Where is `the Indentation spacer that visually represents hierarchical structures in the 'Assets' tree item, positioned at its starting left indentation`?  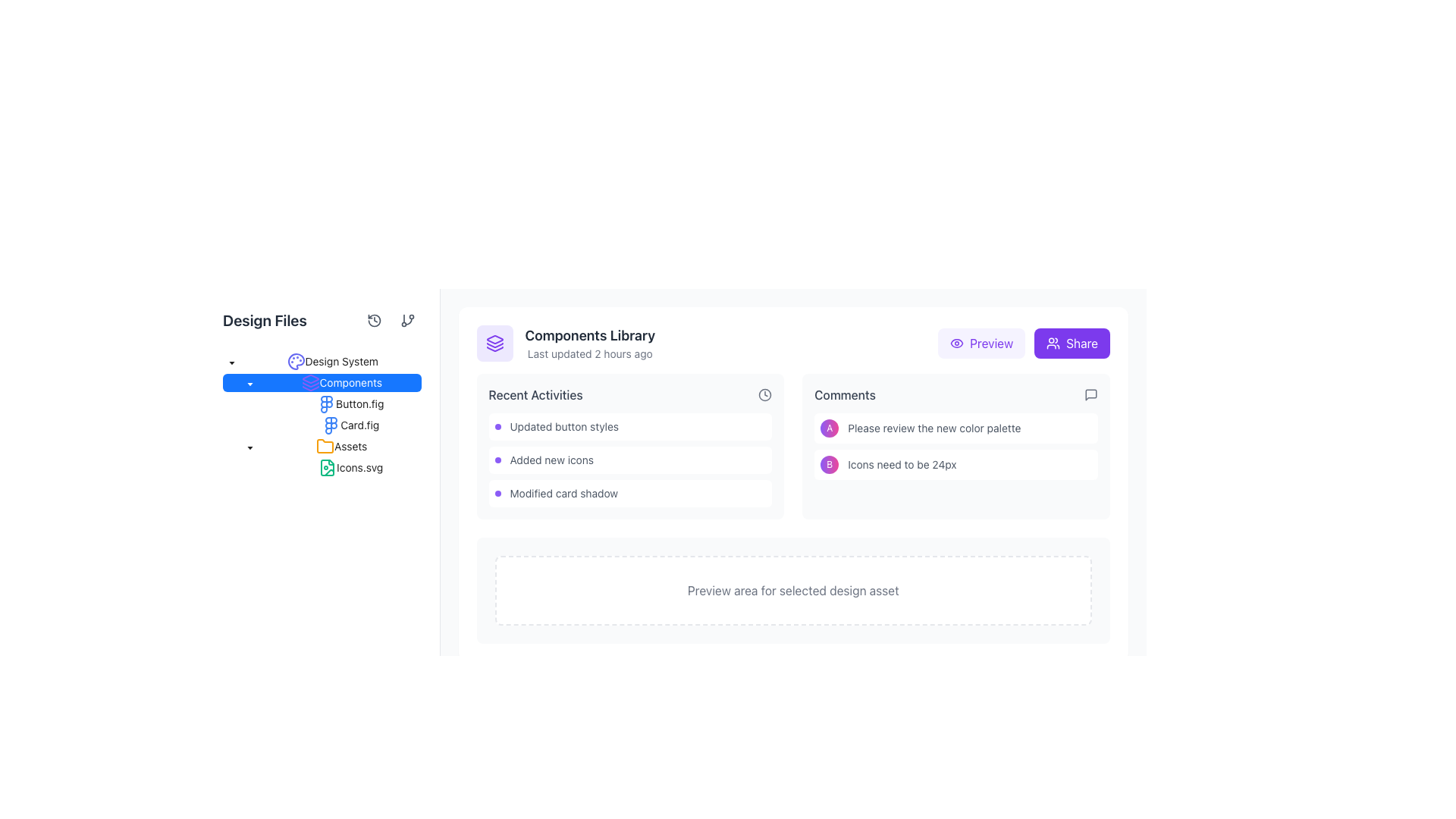 the Indentation spacer that visually represents hierarchical structures in the 'Assets' tree item, positioned at its starting left indentation is located at coordinates (231, 446).